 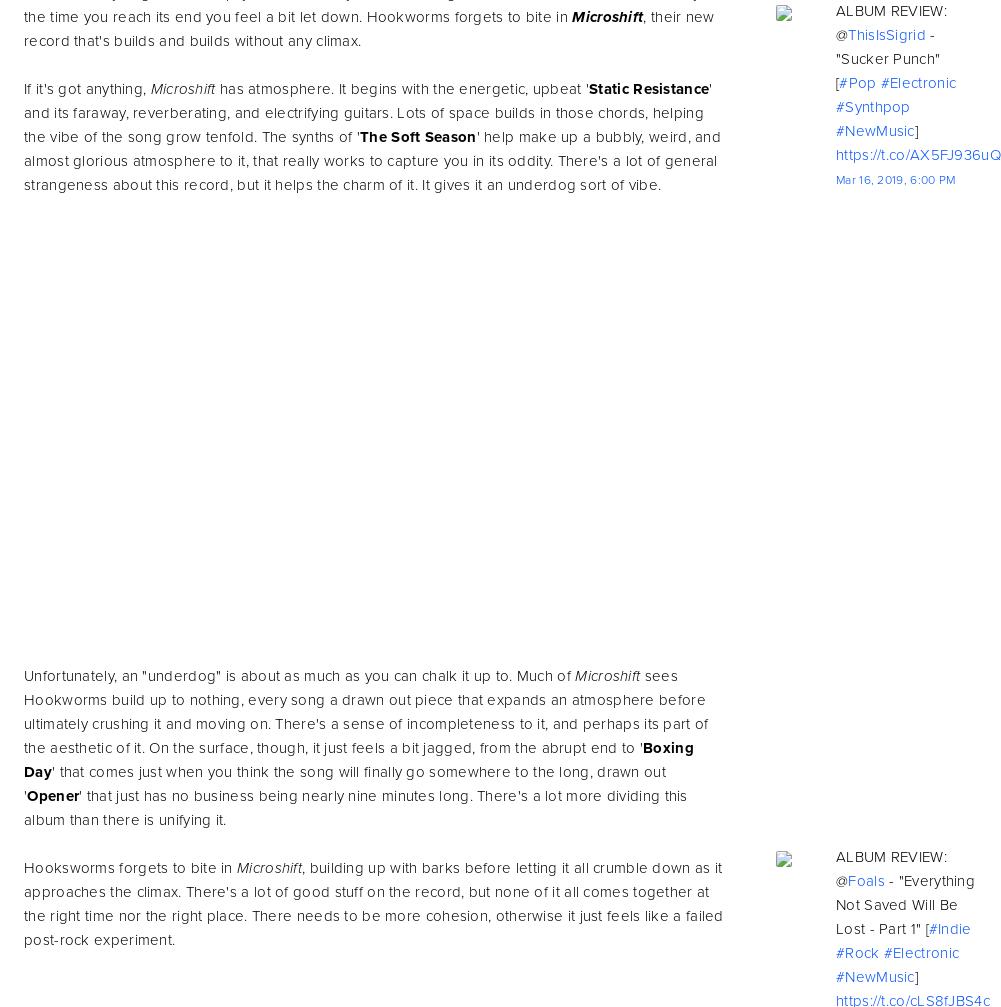 I want to click on 'If it's got anything,', so click(x=85, y=88).